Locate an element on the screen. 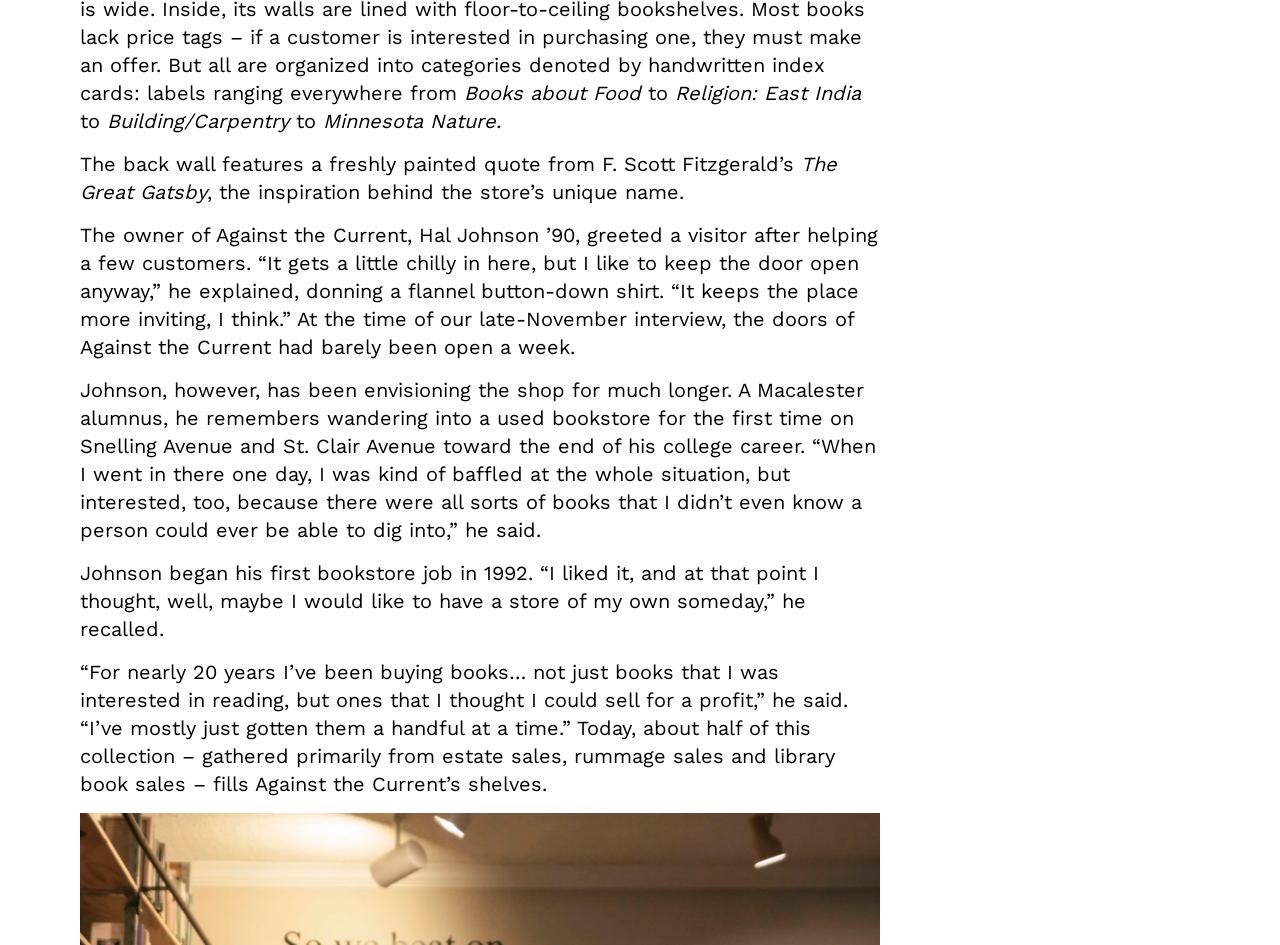  'Minnesota Nature.' is located at coordinates (322, 119).